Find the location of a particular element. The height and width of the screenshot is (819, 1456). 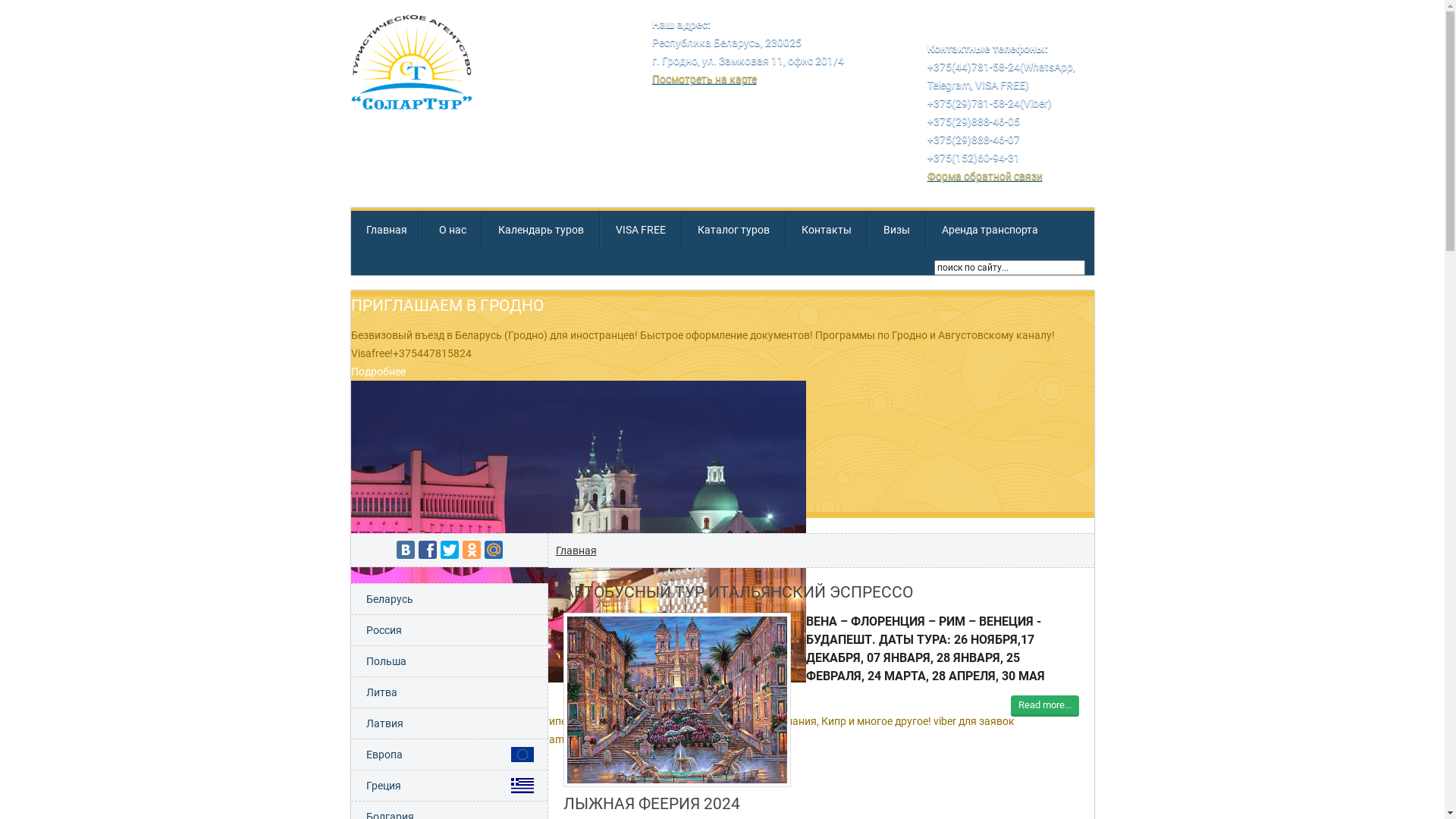

'Read more...' is located at coordinates (1009, 705).